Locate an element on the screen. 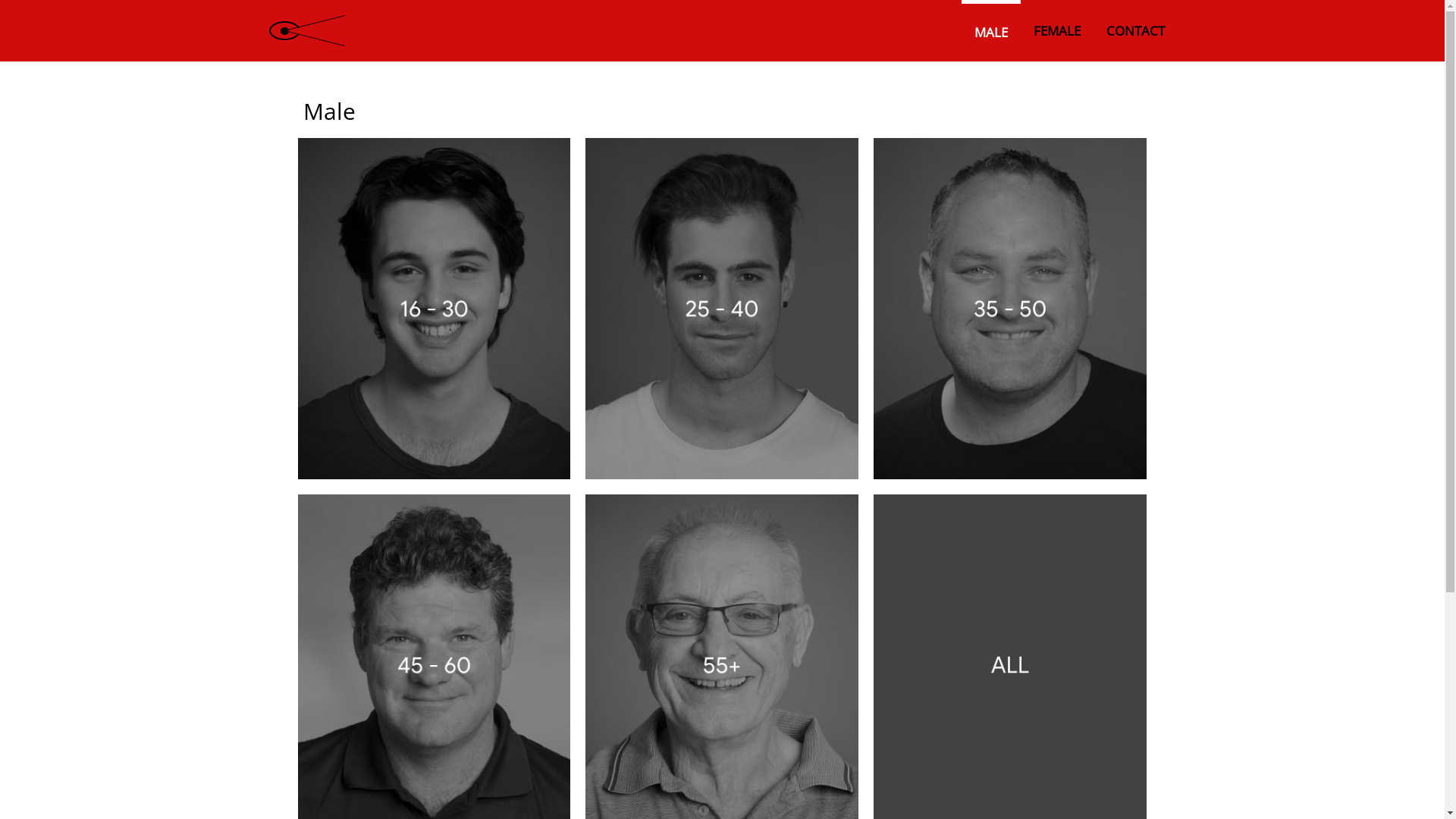 The image size is (1456, 819). 'FEMALE' is located at coordinates (1056, 30).